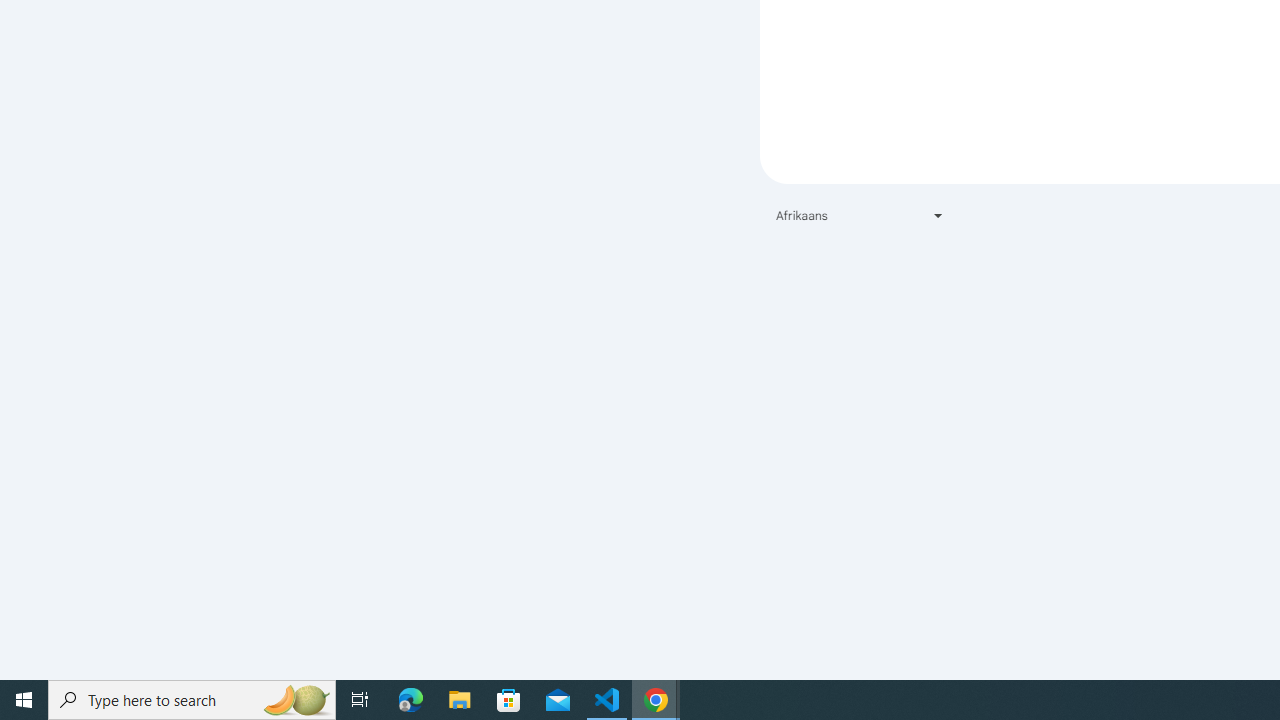  What do you see at coordinates (459, 698) in the screenshot?
I see `'File Explorer'` at bounding box center [459, 698].